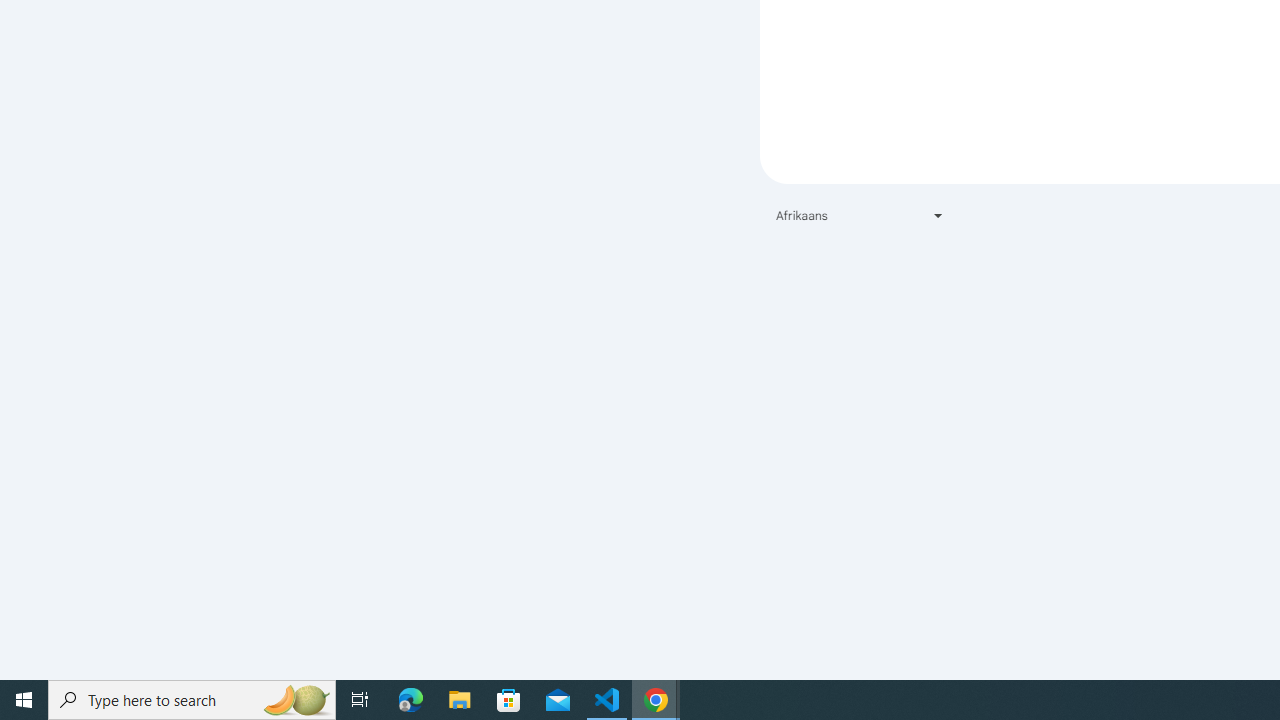  What do you see at coordinates (459, 698) in the screenshot?
I see `'File Explorer'` at bounding box center [459, 698].